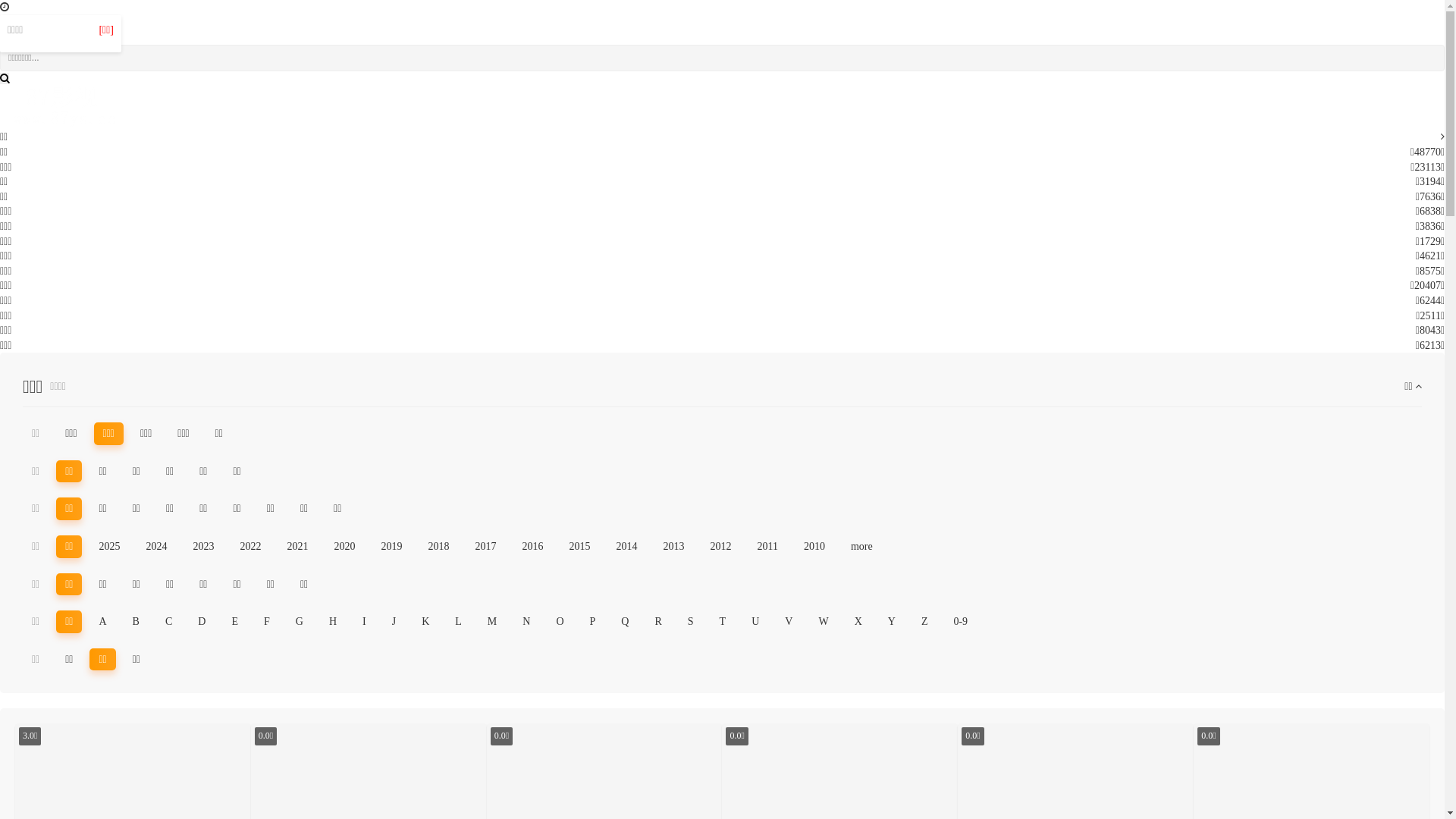  Describe the element at coordinates (484, 547) in the screenshot. I see `'2017'` at that location.